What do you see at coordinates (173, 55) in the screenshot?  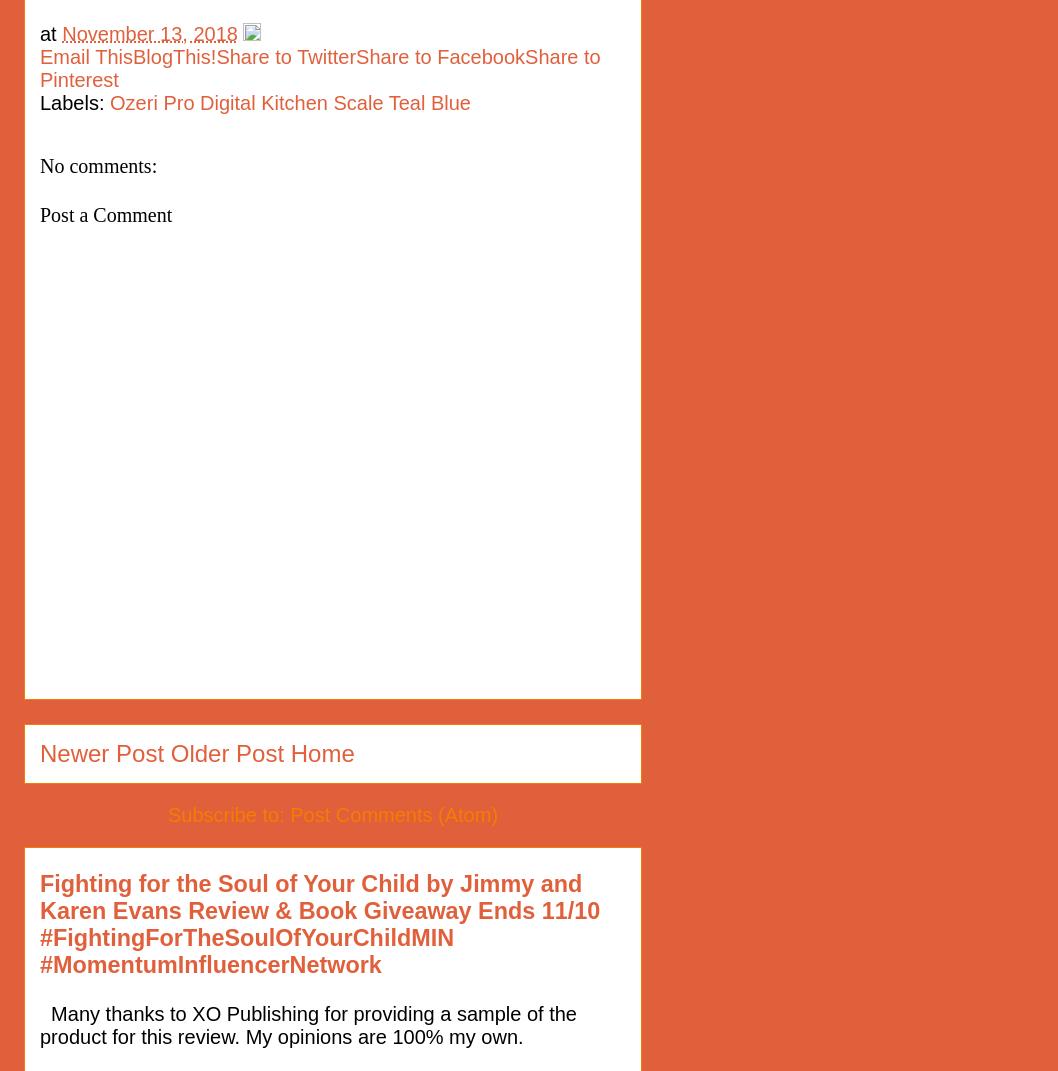 I see `'BlogThis!'` at bounding box center [173, 55].